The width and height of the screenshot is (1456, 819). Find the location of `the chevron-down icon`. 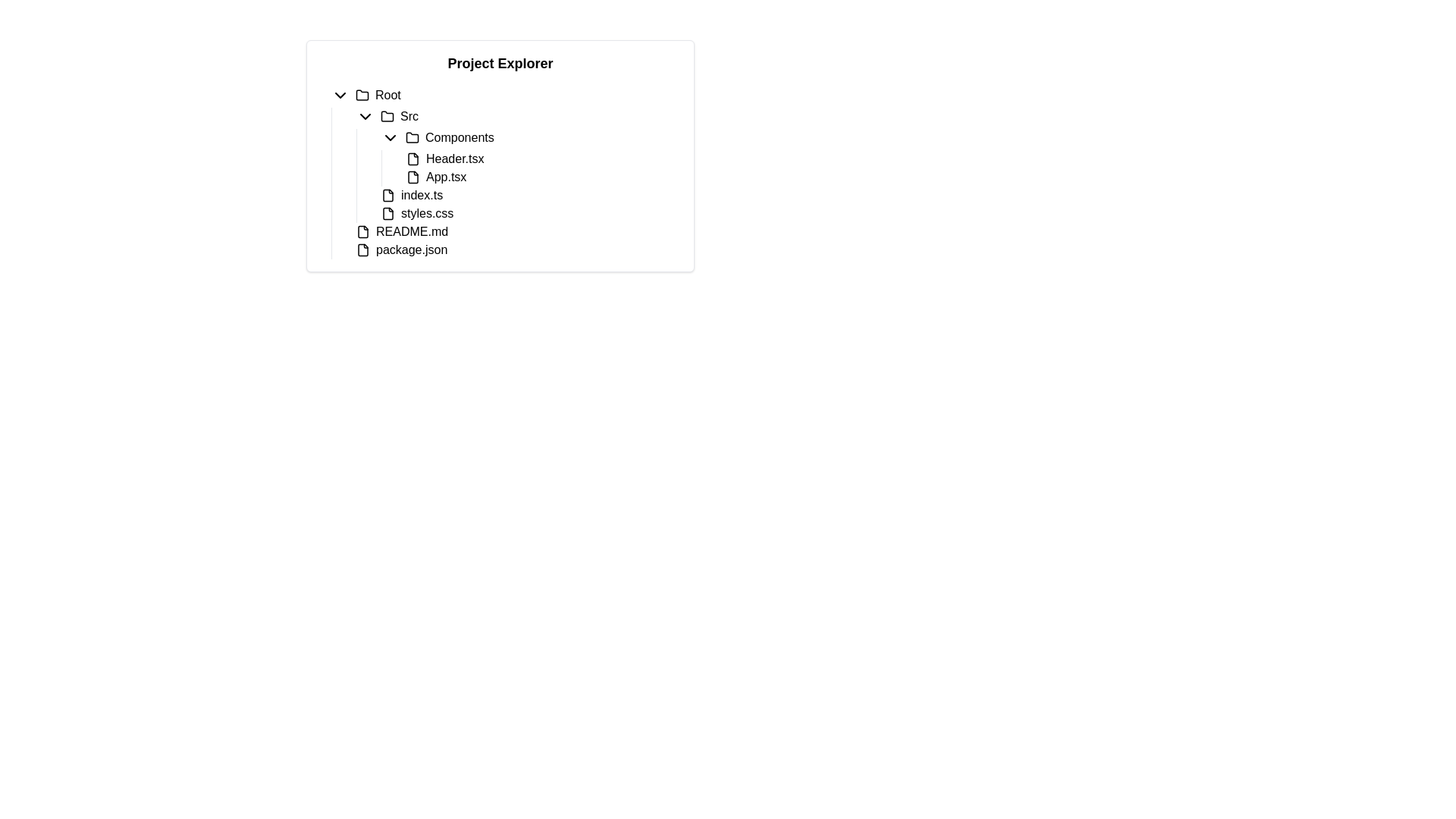

the chevron-down icon is located at coordinates (340, 96).